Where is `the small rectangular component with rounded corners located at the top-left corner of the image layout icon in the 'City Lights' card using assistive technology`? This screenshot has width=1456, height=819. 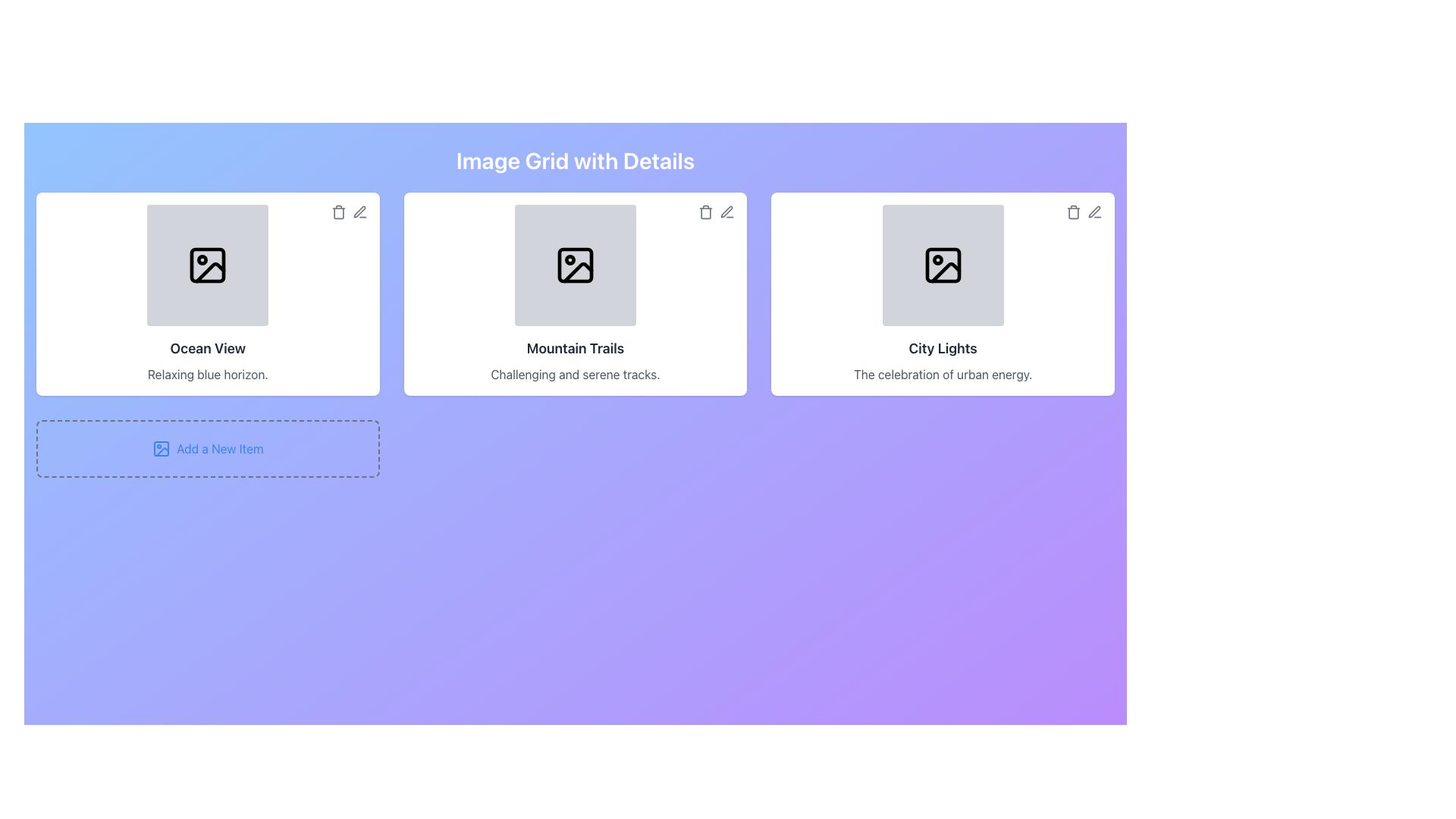 the small rectangular component with rounded corners located at the top-left corner of the image layout icon in the 'City Lights' card using assistive technology is located at coordinates (942, 265).